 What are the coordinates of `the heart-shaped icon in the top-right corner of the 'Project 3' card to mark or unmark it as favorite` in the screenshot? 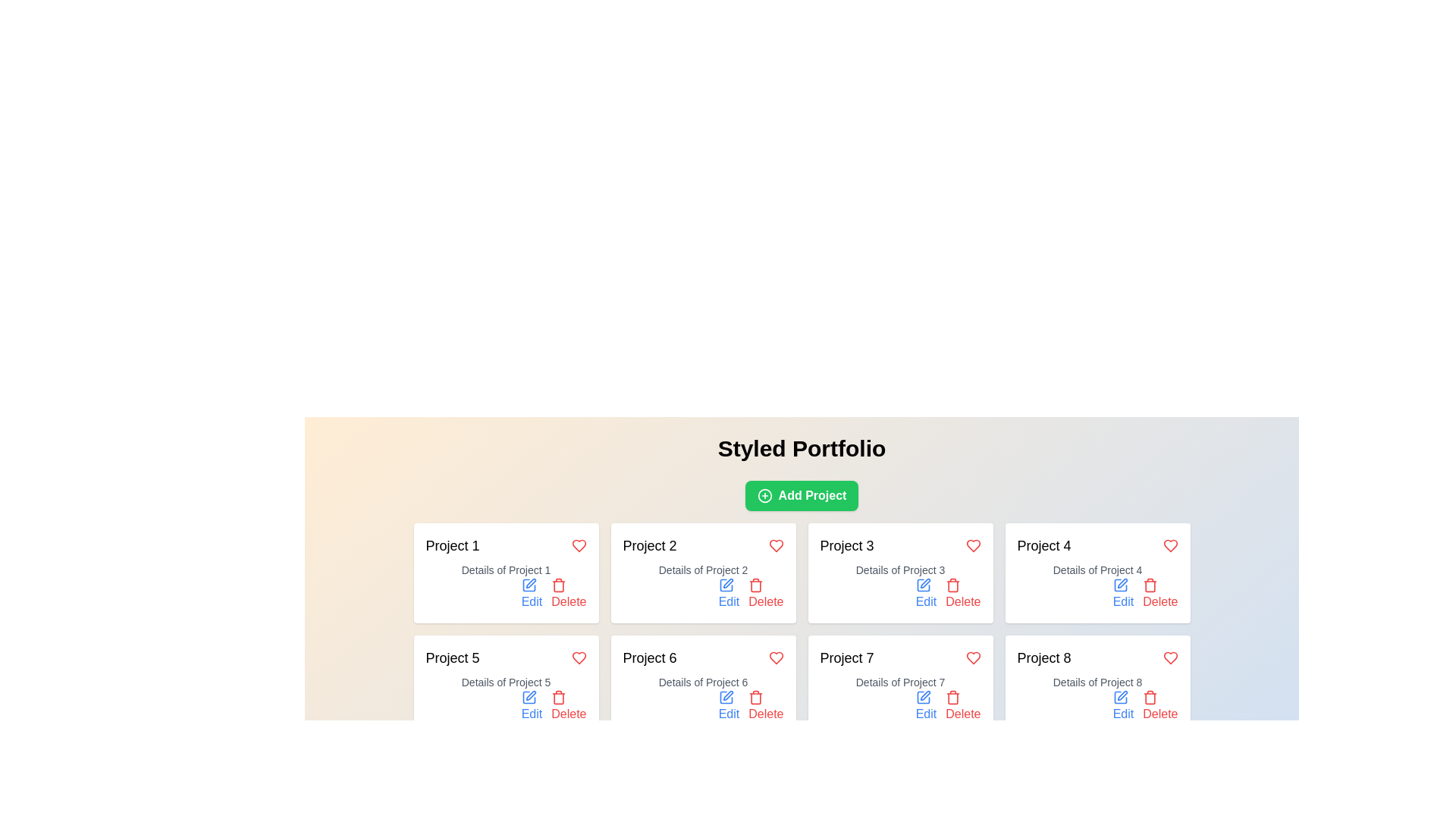 It's located at (973, 546).